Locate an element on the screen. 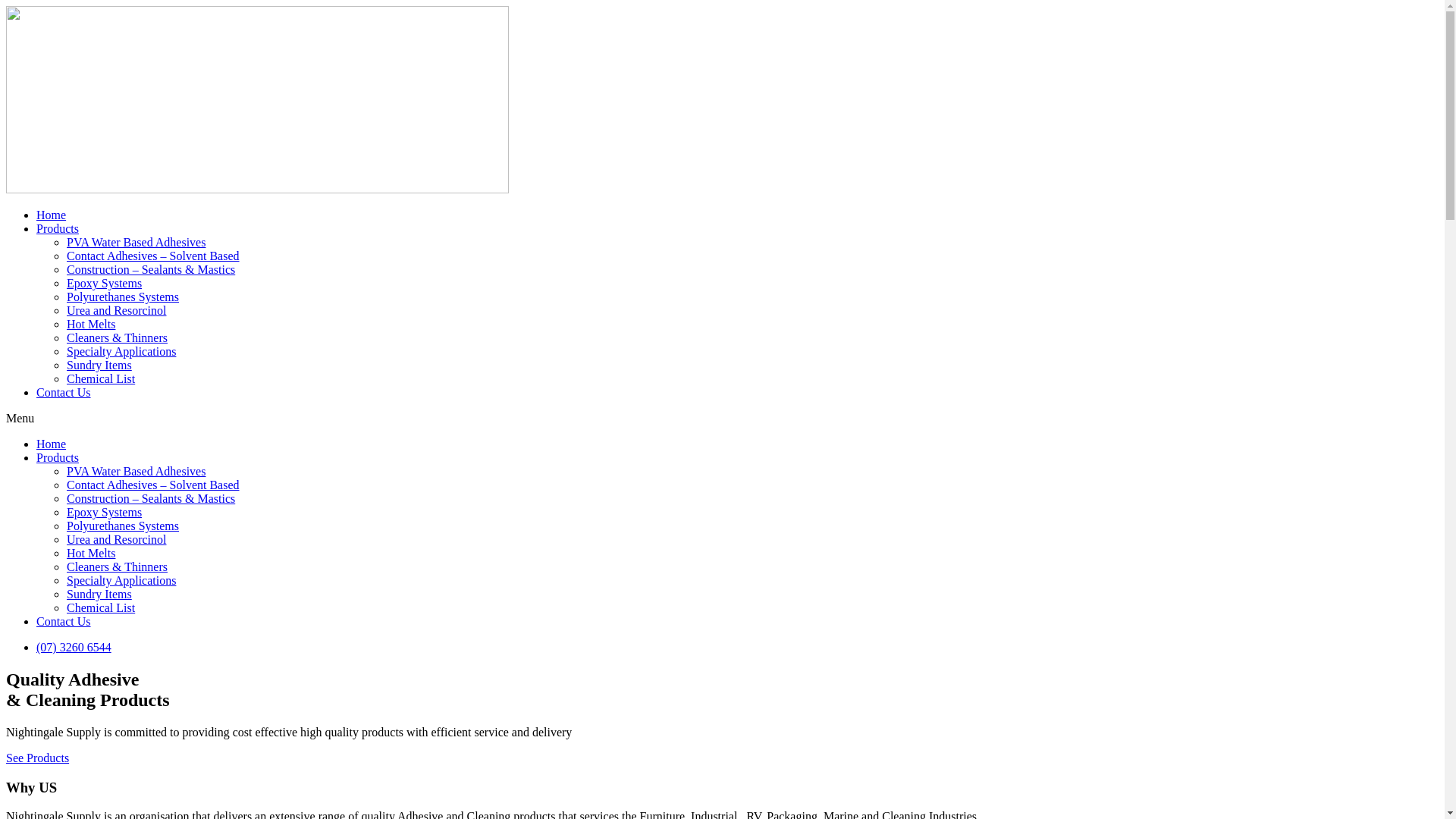 This screenshot has height=819, width=1456. 'Epoxy Systems' is located at coordinates (65, 283).